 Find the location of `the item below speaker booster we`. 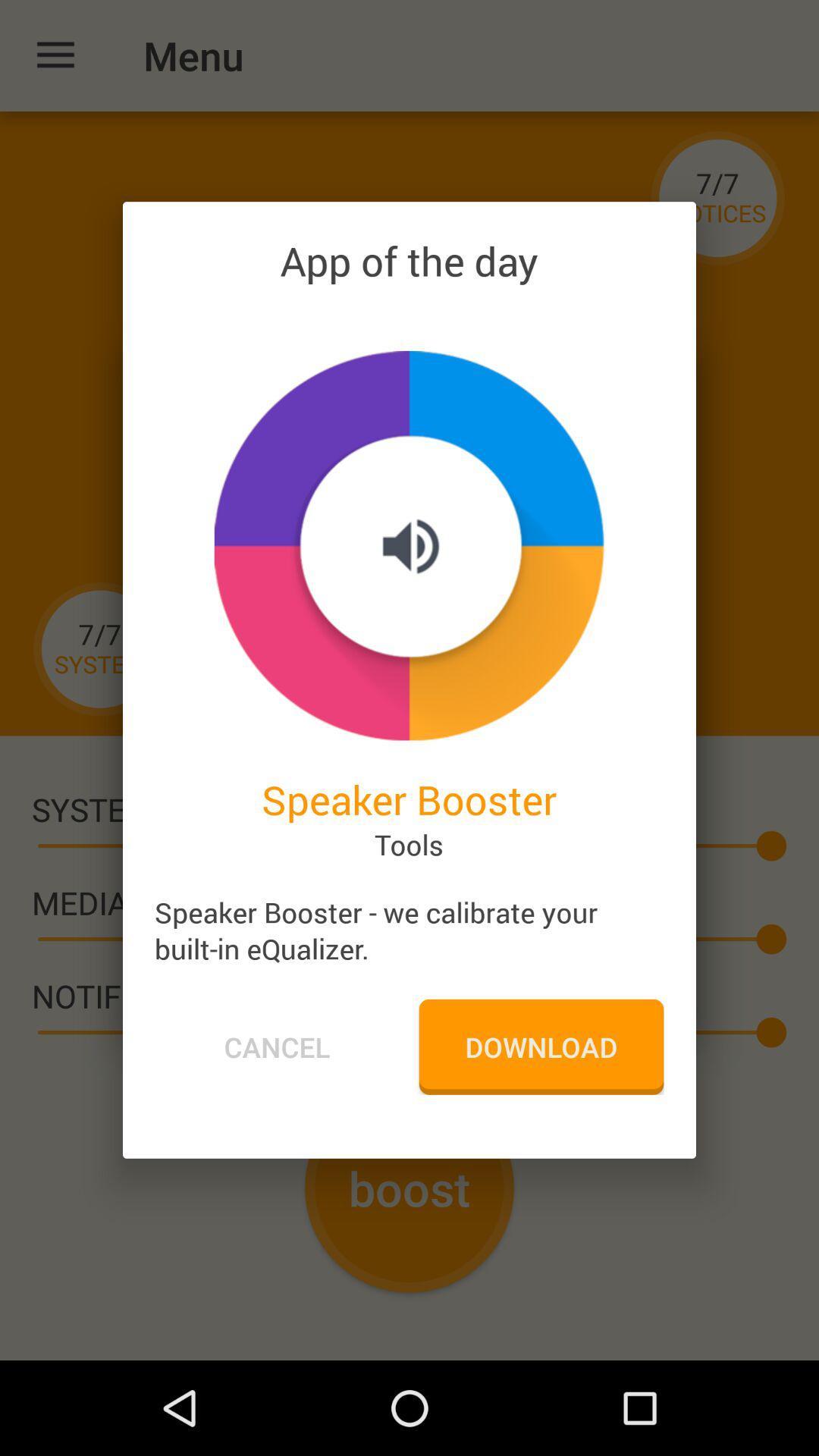

the item below speaker booster we is located at coordinates (277, 1046).